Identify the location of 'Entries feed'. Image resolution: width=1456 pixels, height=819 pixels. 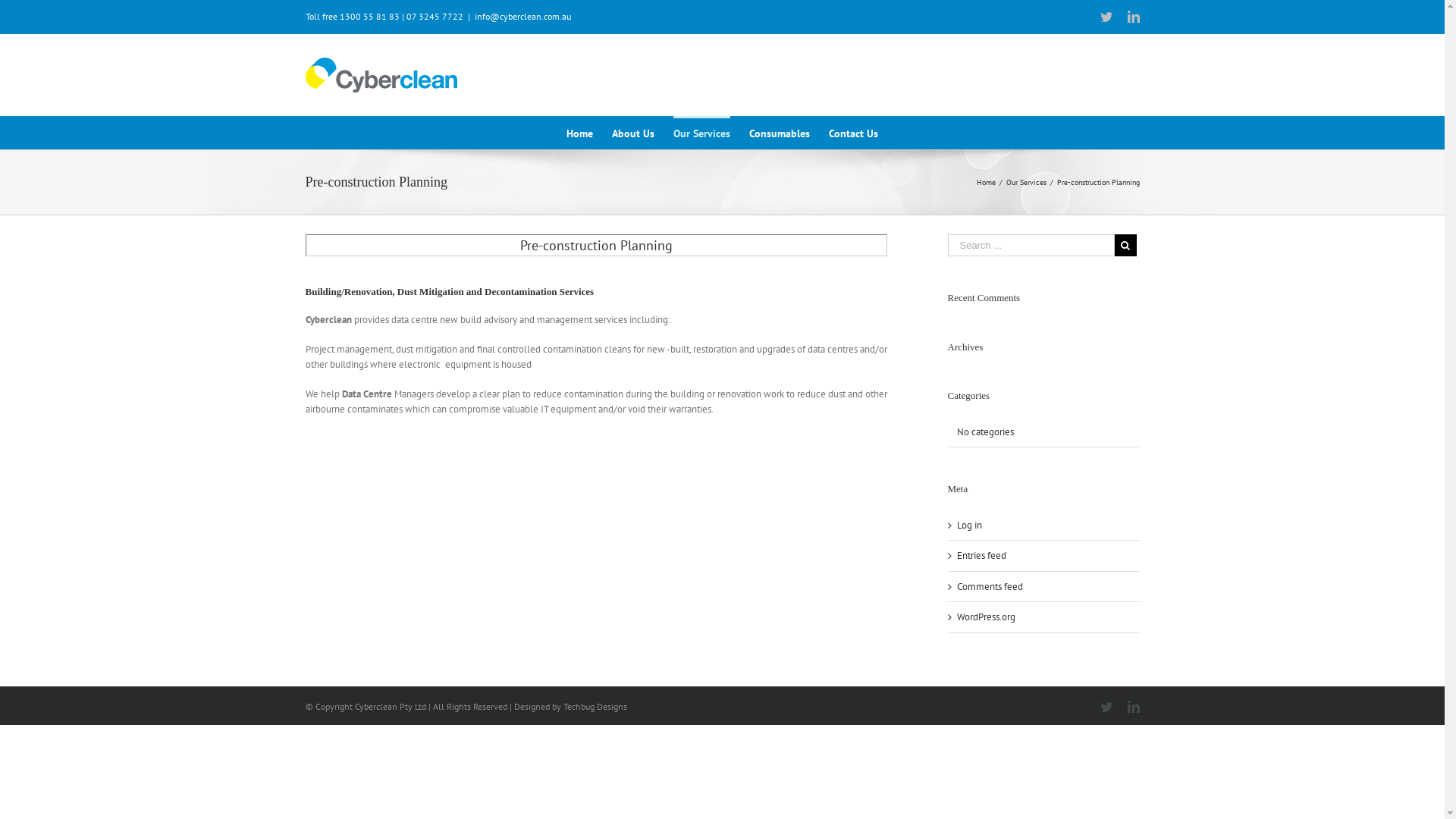
(981, 555).